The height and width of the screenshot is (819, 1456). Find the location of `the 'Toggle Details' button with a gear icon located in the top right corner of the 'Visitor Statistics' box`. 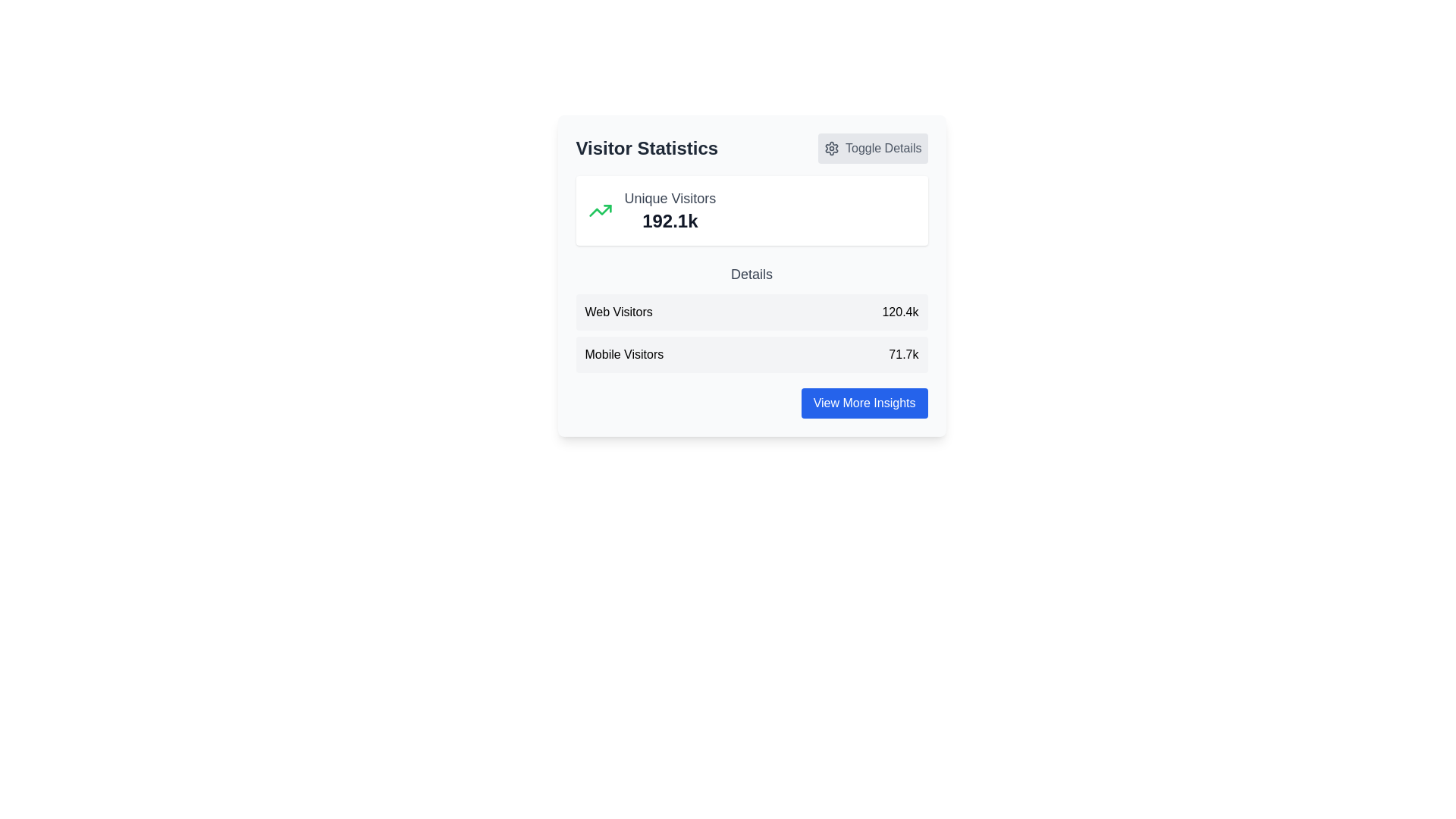

the 'Toggle Details' button with a gear icon located in the top right corner of the 'Visitor Statistics' box is located at coordinates (873, 149).